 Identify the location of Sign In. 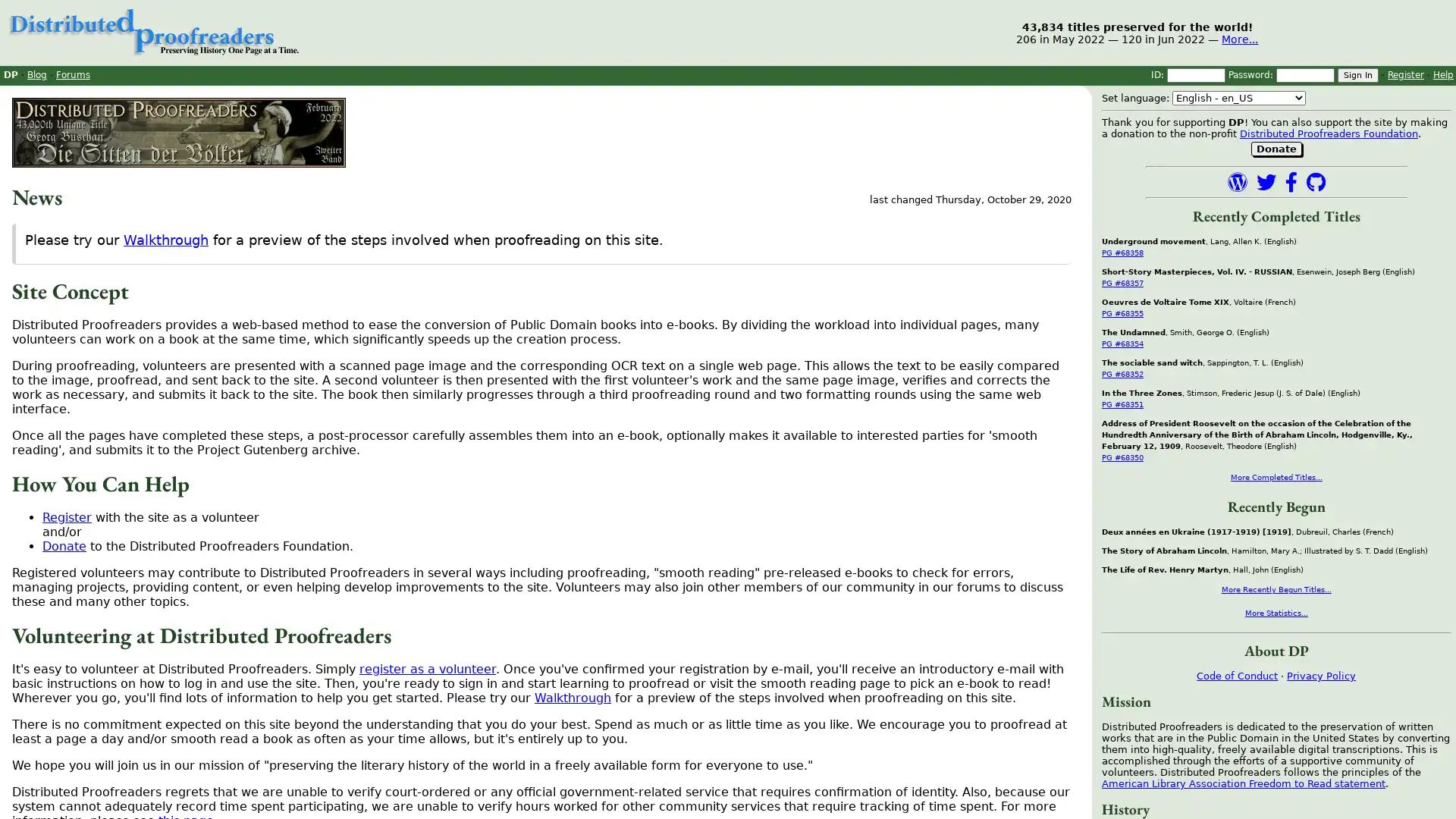
(1357, 75).